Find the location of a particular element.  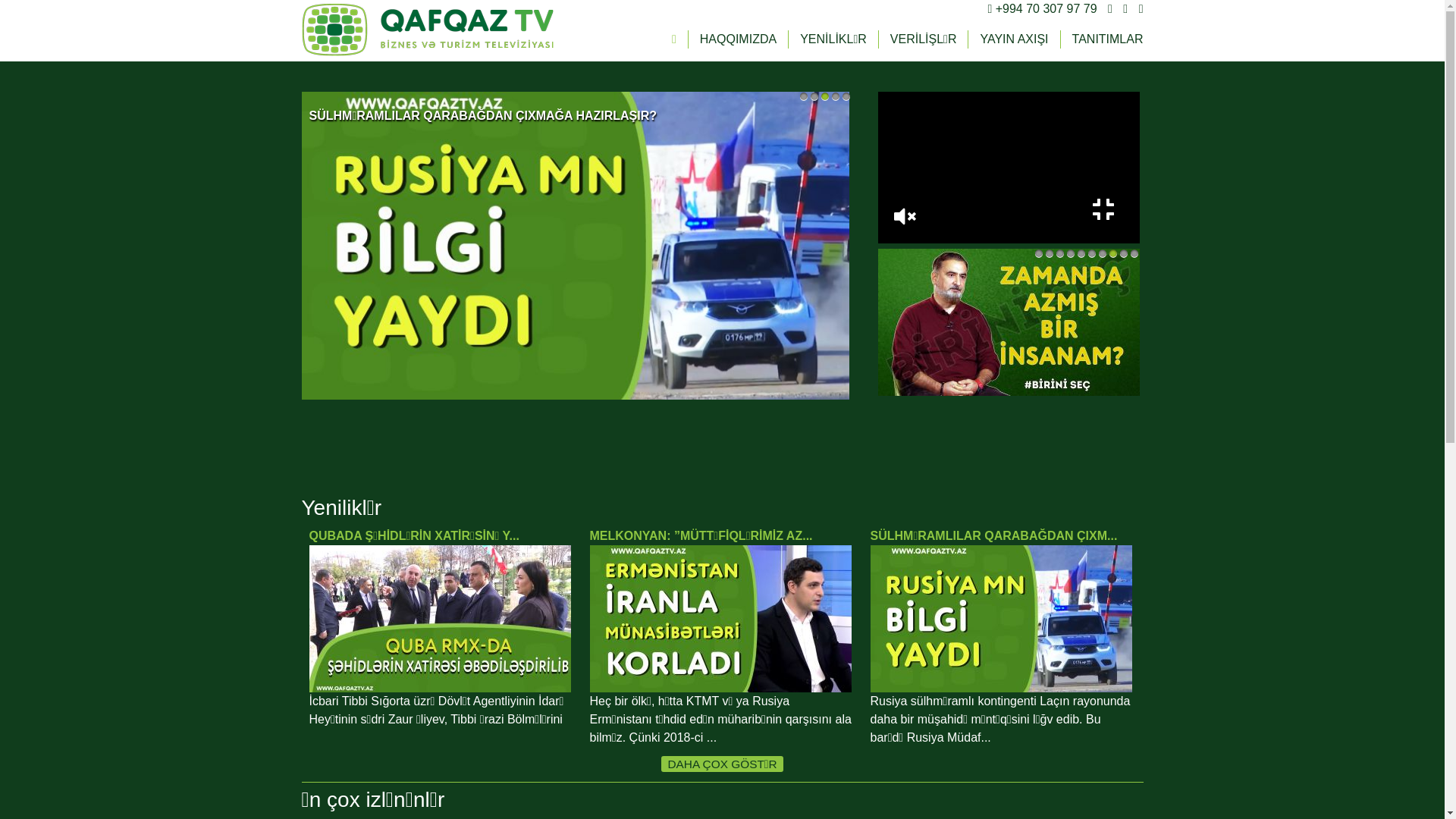

'3' is located at coordinates (824, 96).